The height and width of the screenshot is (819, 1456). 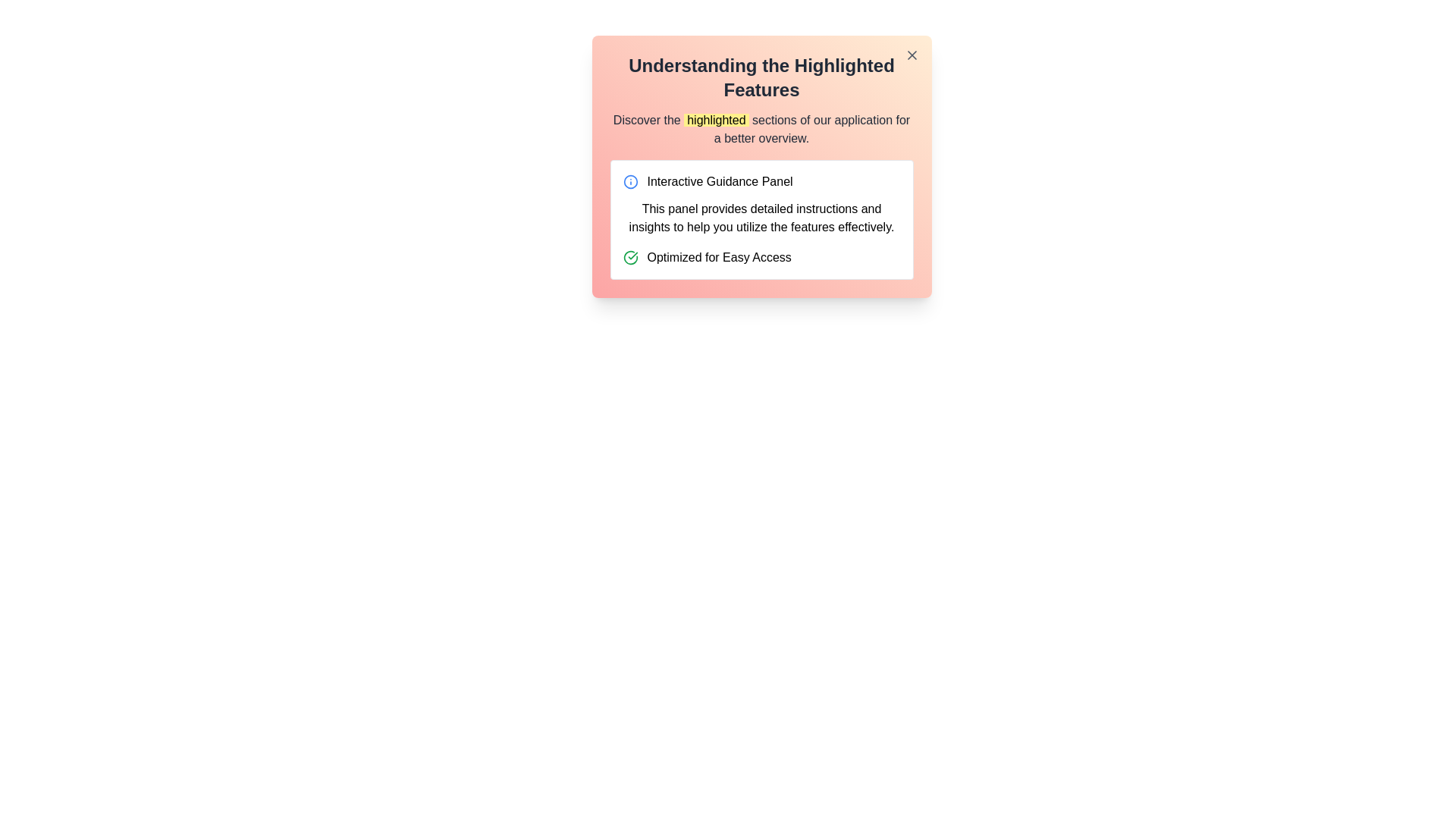 What do you see at coordinates (761, 128) in the screenshot?
I see `the text block that says 'Discover the highlighted sections of our application for a better overview.' which is emphasized with a yellow background and located below the title 'Understanding the Highlighted Features'` at bounding box center [761, 128].